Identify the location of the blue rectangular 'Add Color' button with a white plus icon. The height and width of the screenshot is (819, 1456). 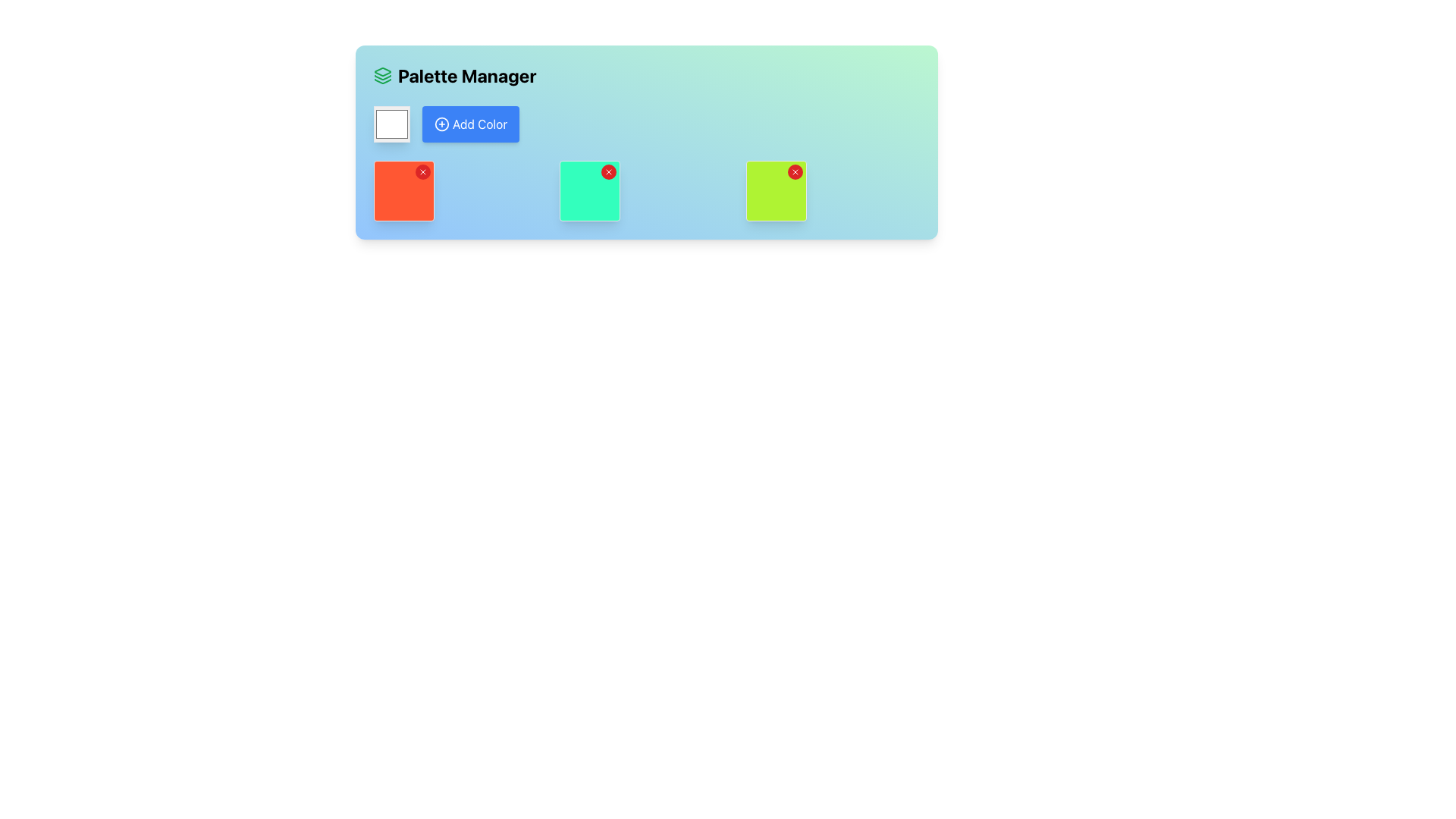
(470, 124).